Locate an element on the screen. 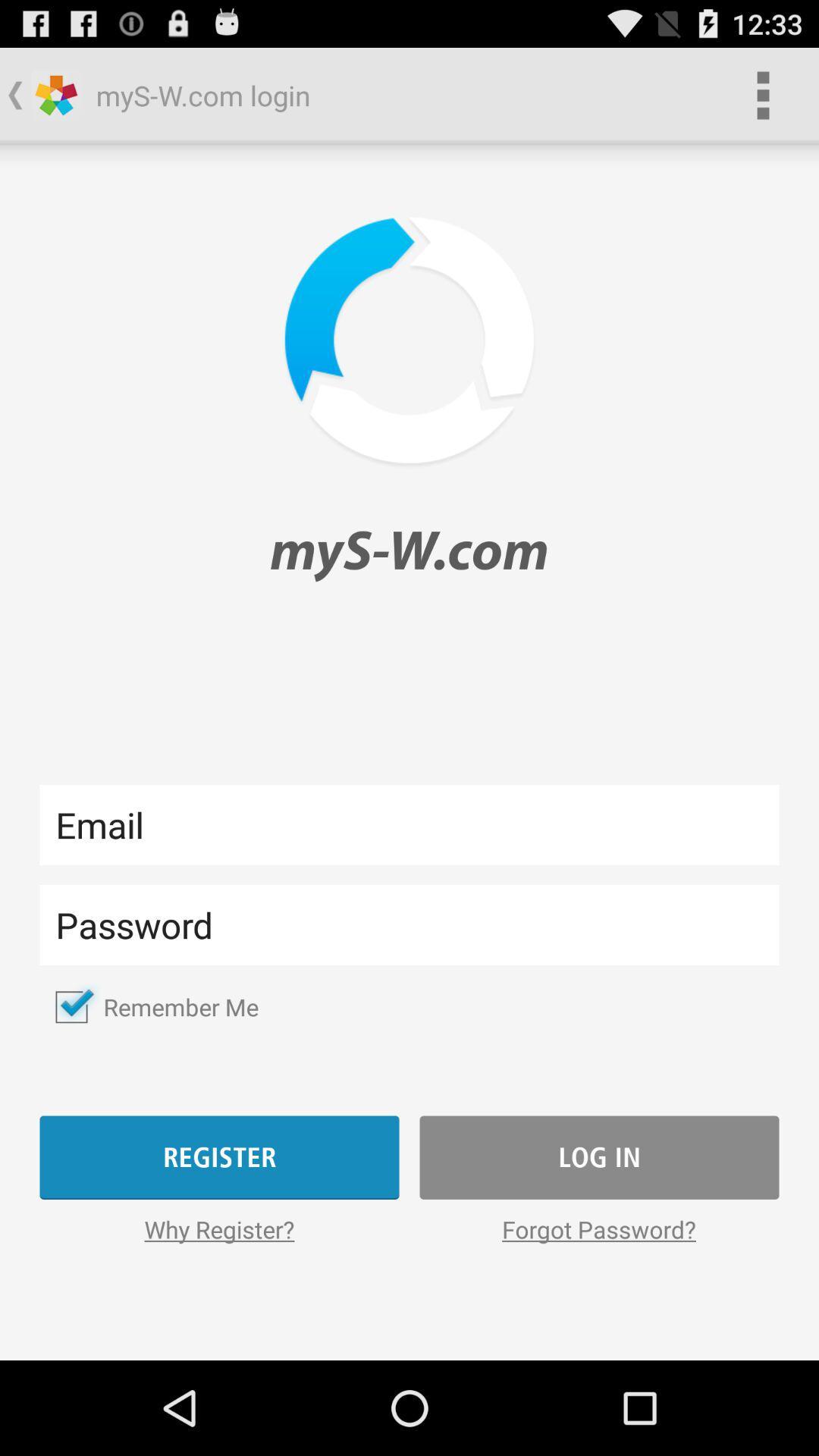  lets you enter text into the field is located at coordinates (409, 924).